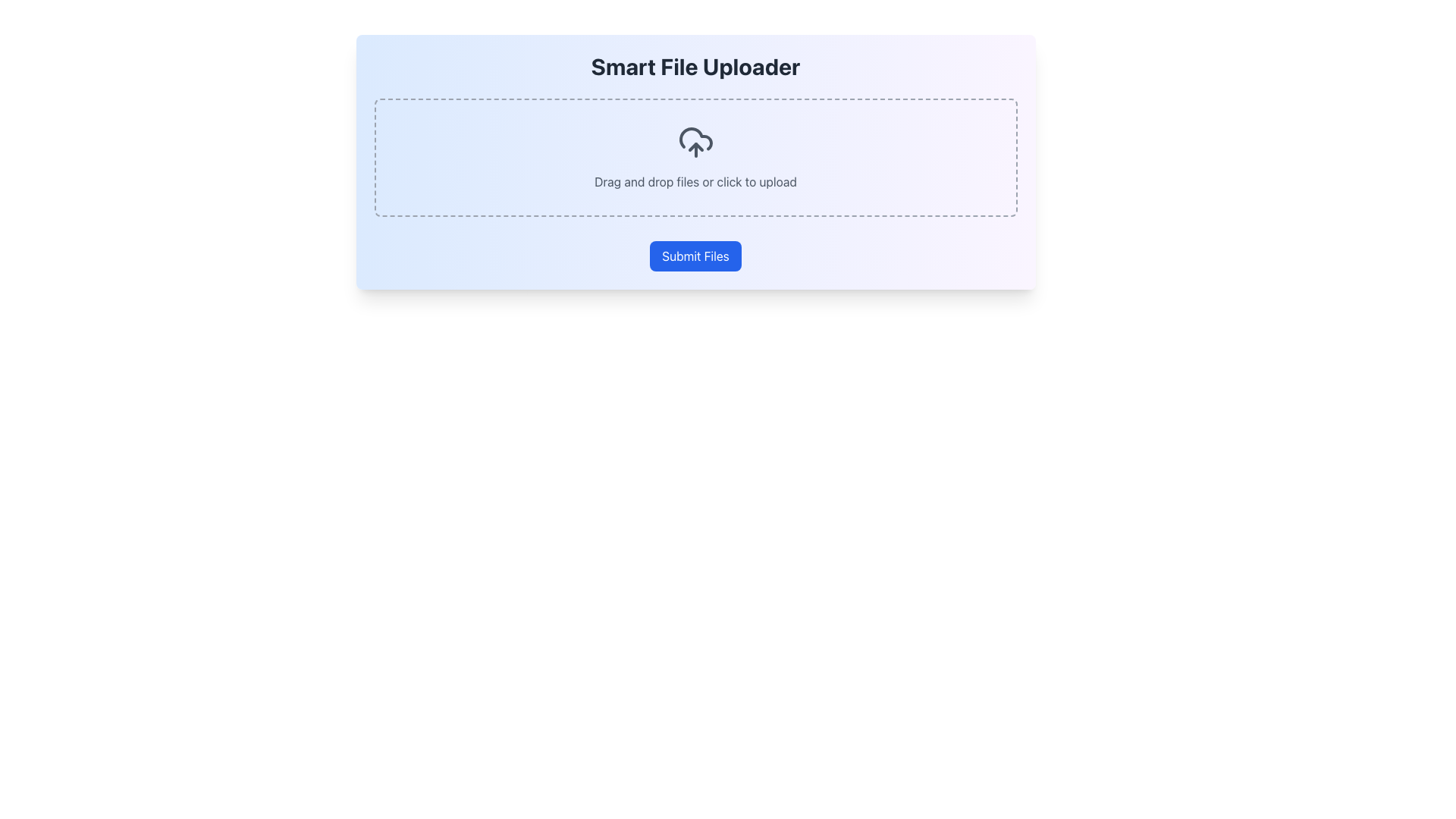 This screenshot has height=819, width=1456. Describe the element at coordinates (695, 158) in the screenshot. I see `the file upload zone, which is designed for drag-and-drop operations or click interaction to trigger file selection` at that location.